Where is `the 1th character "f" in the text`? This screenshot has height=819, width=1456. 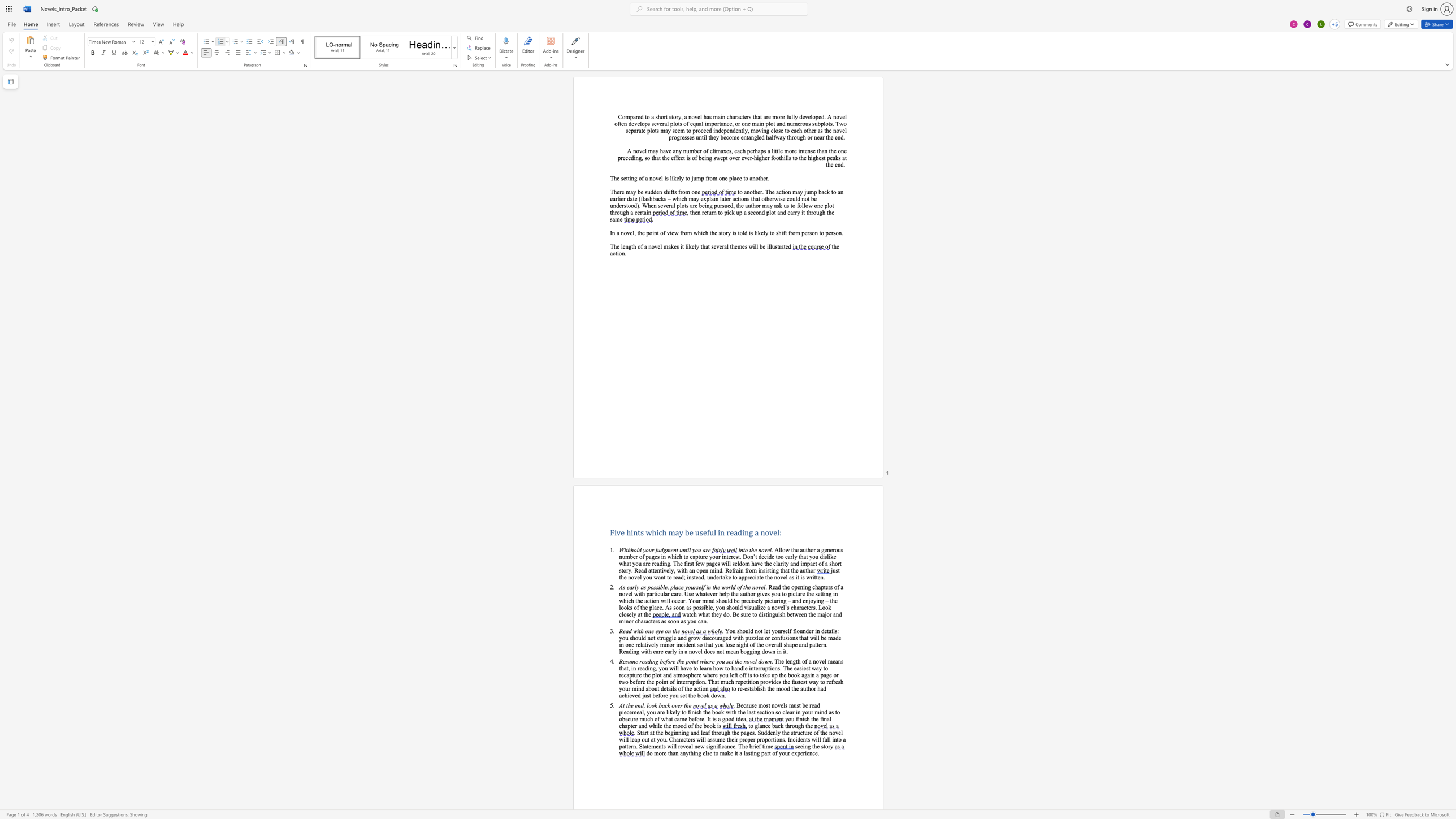
the 1th character "f" in the text is located at coordinates (658, 695).